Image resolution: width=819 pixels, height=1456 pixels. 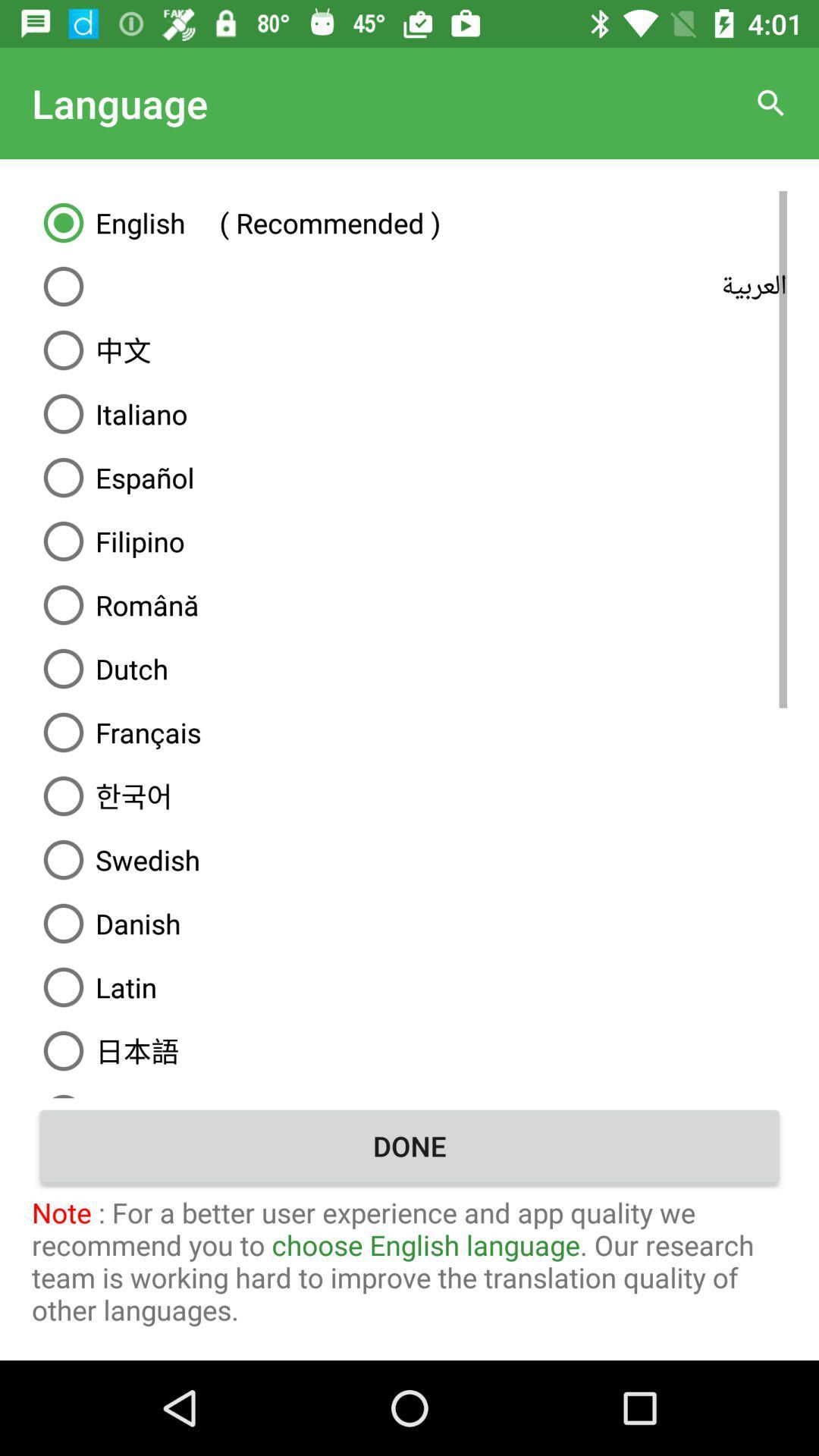 What do you see at coordinates (409, 541) in the screenshot?
I see `the filipino` at bounding box center [409, 541].